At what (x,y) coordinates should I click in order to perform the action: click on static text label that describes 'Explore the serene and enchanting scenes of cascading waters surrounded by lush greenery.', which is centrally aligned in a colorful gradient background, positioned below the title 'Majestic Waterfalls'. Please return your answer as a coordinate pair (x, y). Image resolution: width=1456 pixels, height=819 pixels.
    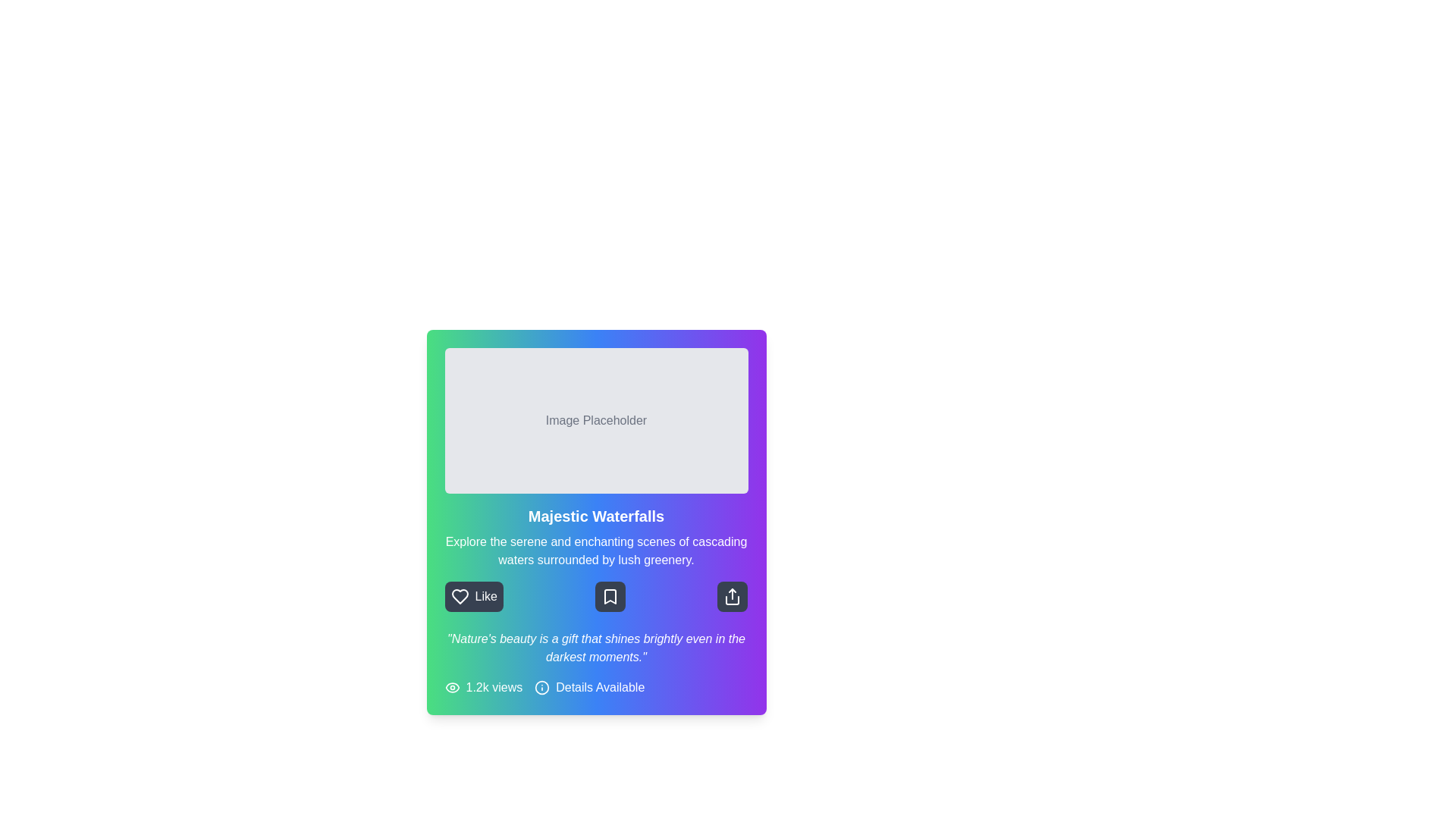
    Looking at the image, I should click on (595, 551).